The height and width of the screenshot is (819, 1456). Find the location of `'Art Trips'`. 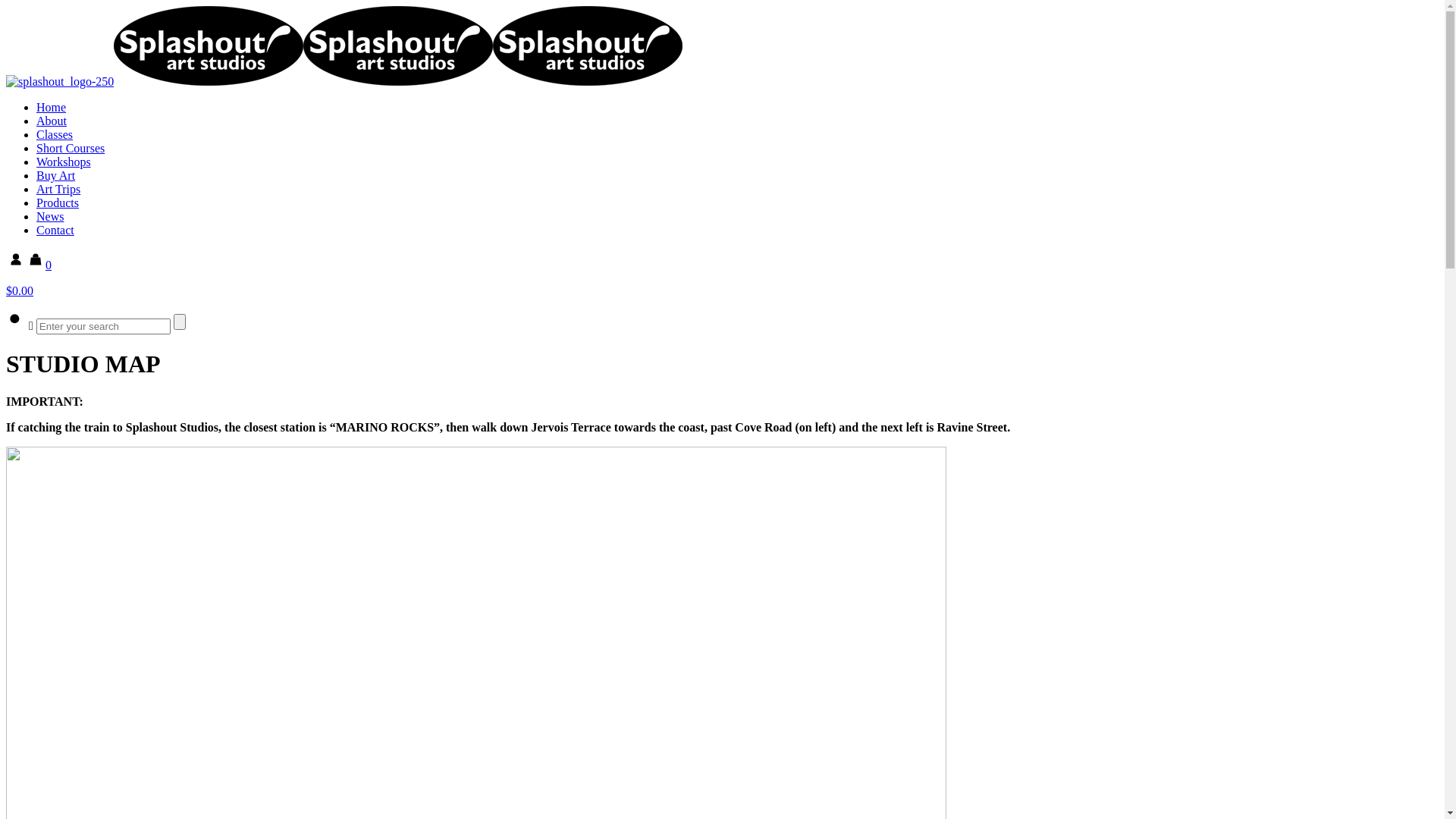

'Art Trips' is located at coordinates (36, 188).